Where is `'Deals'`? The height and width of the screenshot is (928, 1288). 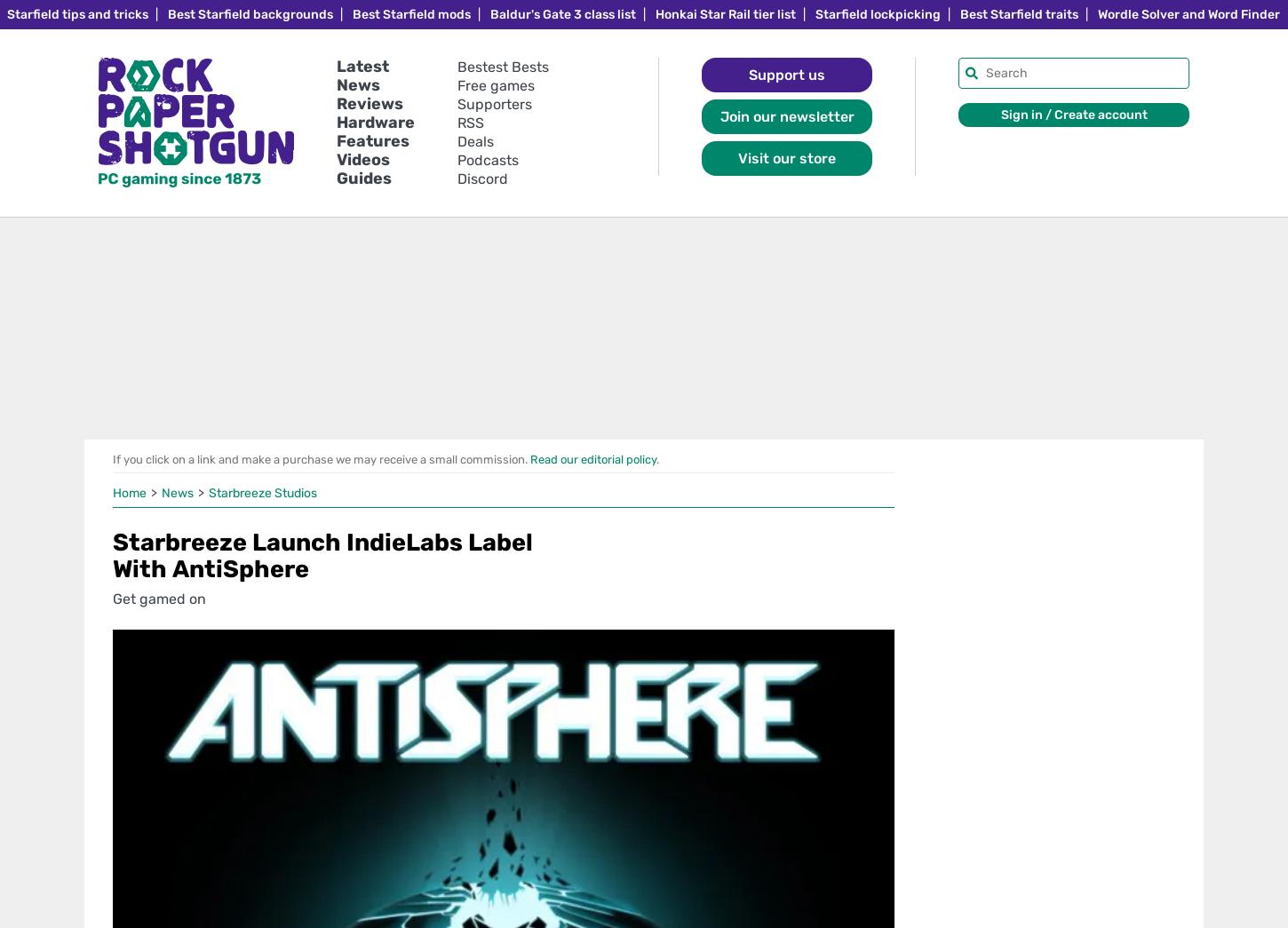 'Deals' is located at coordinates (475, 140).